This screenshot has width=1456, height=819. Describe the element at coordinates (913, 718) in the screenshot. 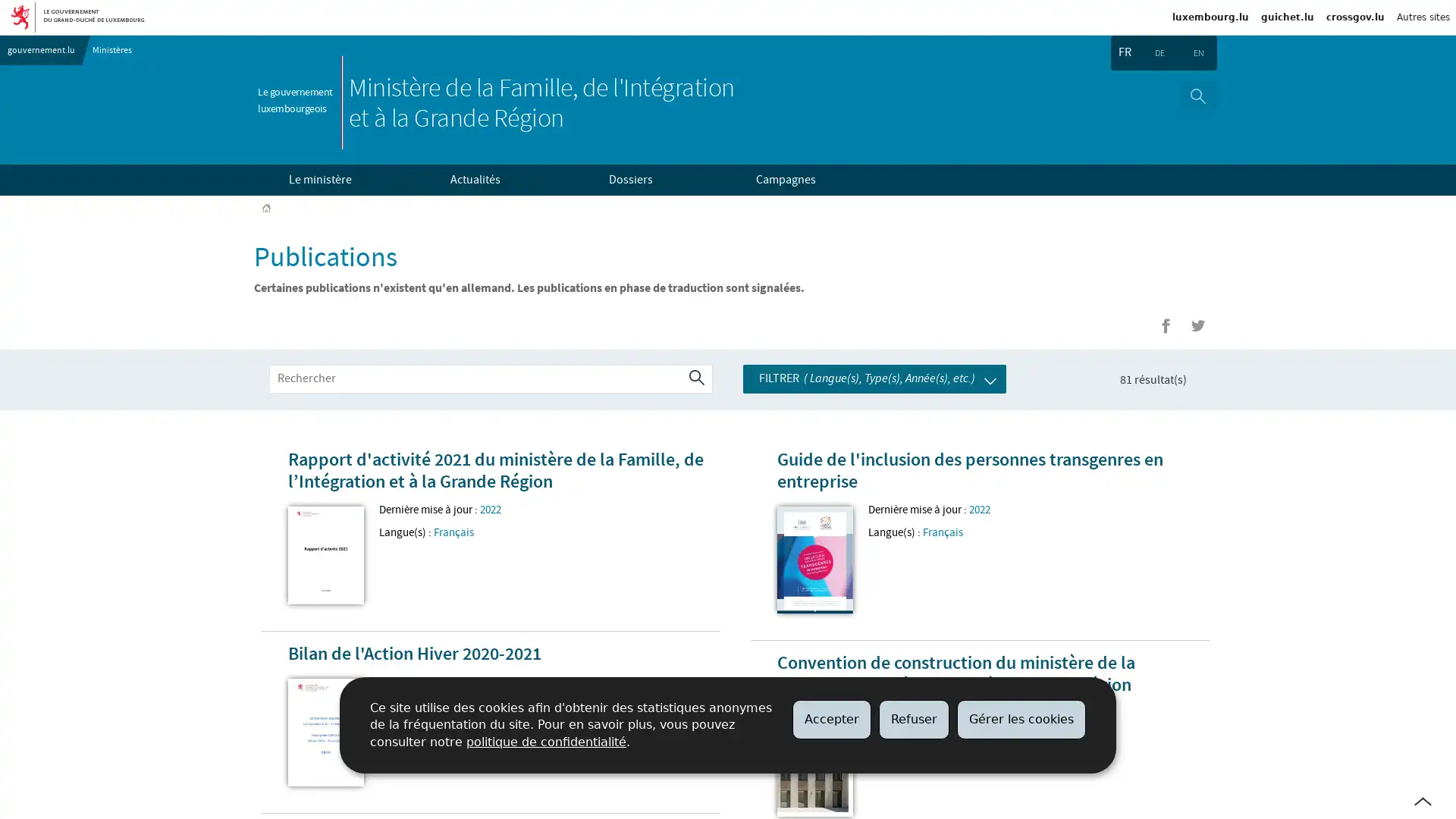

I see `Refuser` at that location.